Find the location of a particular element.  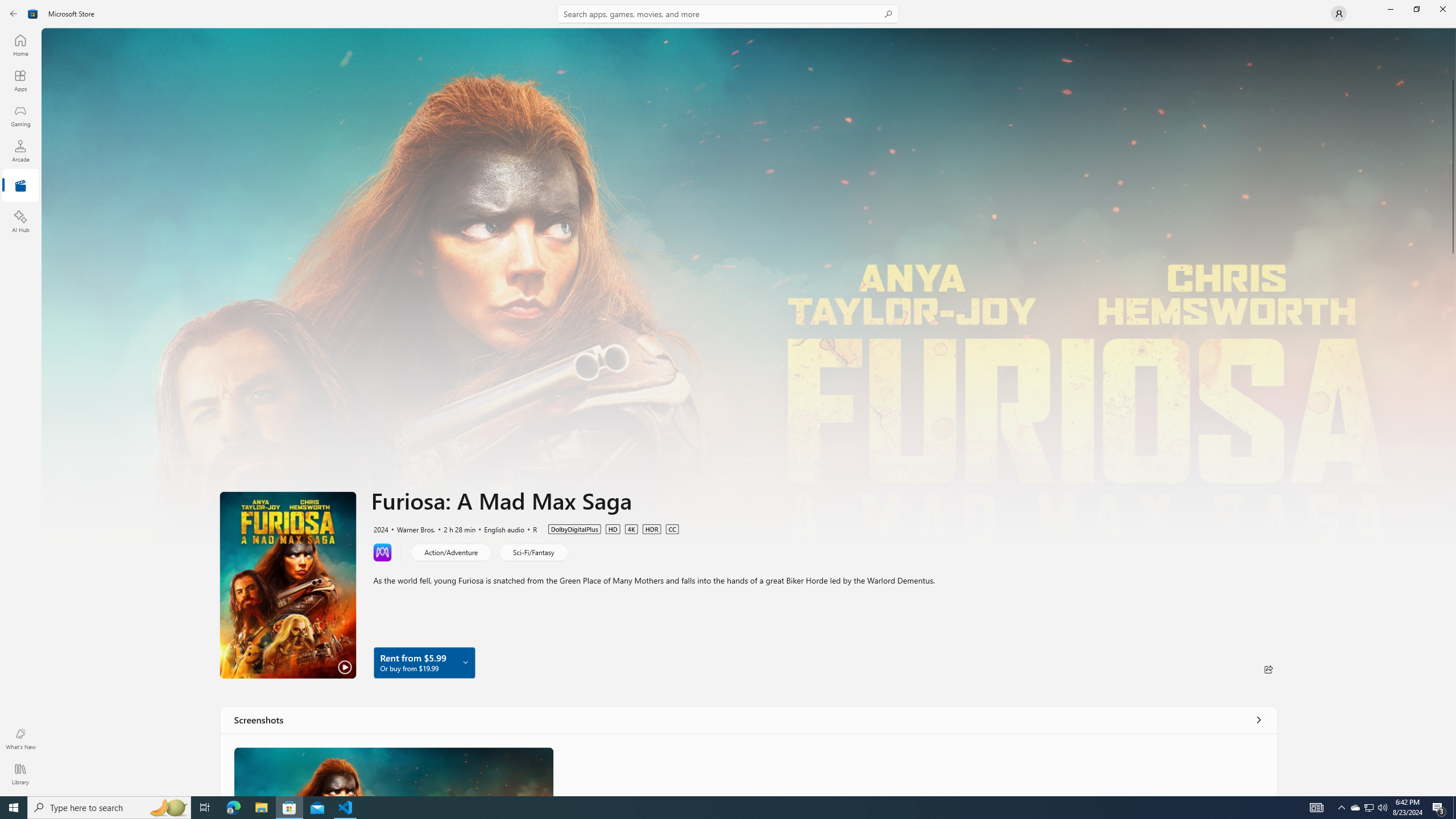

'Learn more about Movies Anywhere' is located at coordinates (382, 551).